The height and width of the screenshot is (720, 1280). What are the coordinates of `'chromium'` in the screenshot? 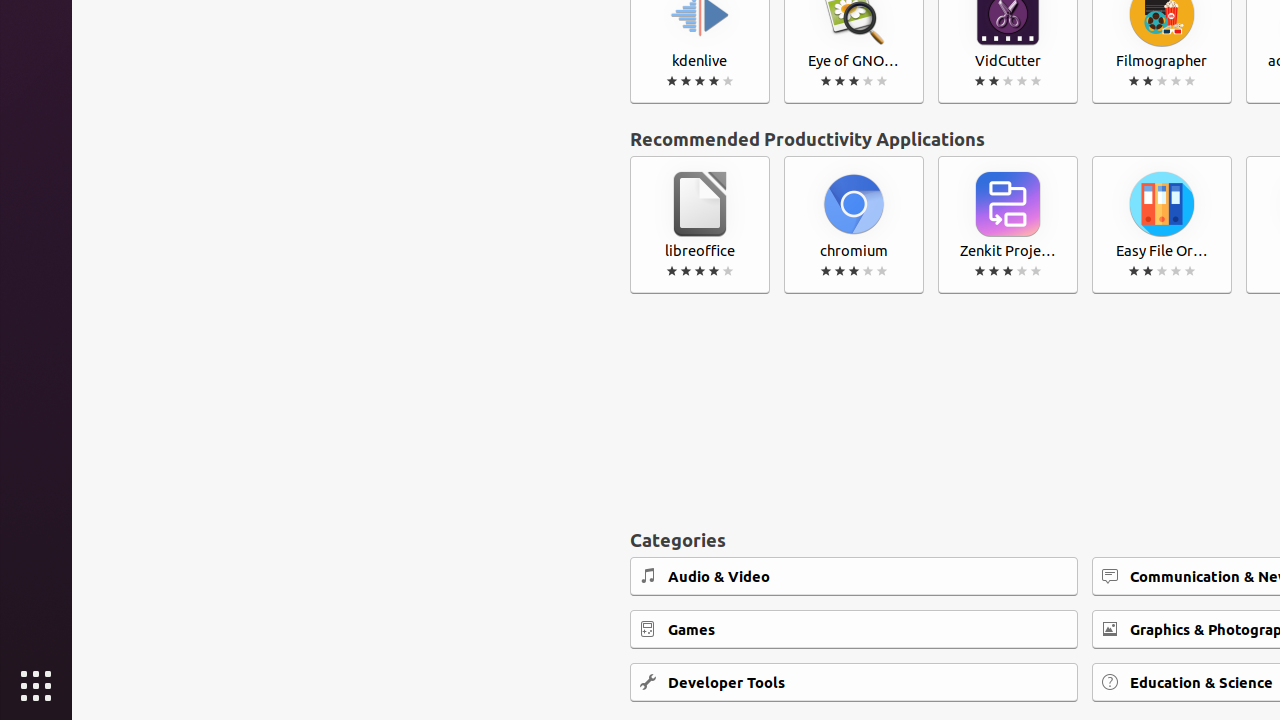 It's located at (854, 225).